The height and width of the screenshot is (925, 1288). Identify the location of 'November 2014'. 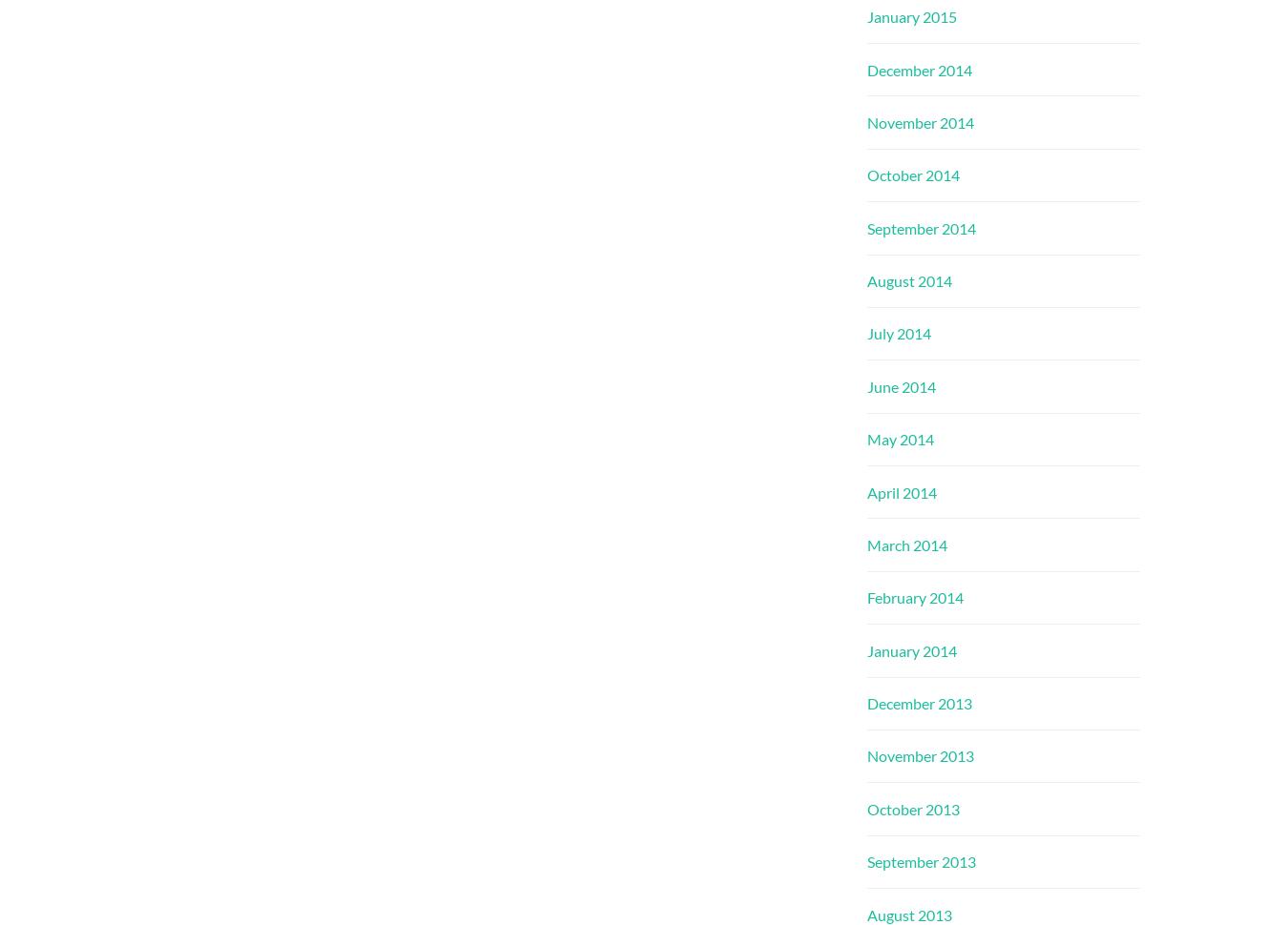
(919, 121).